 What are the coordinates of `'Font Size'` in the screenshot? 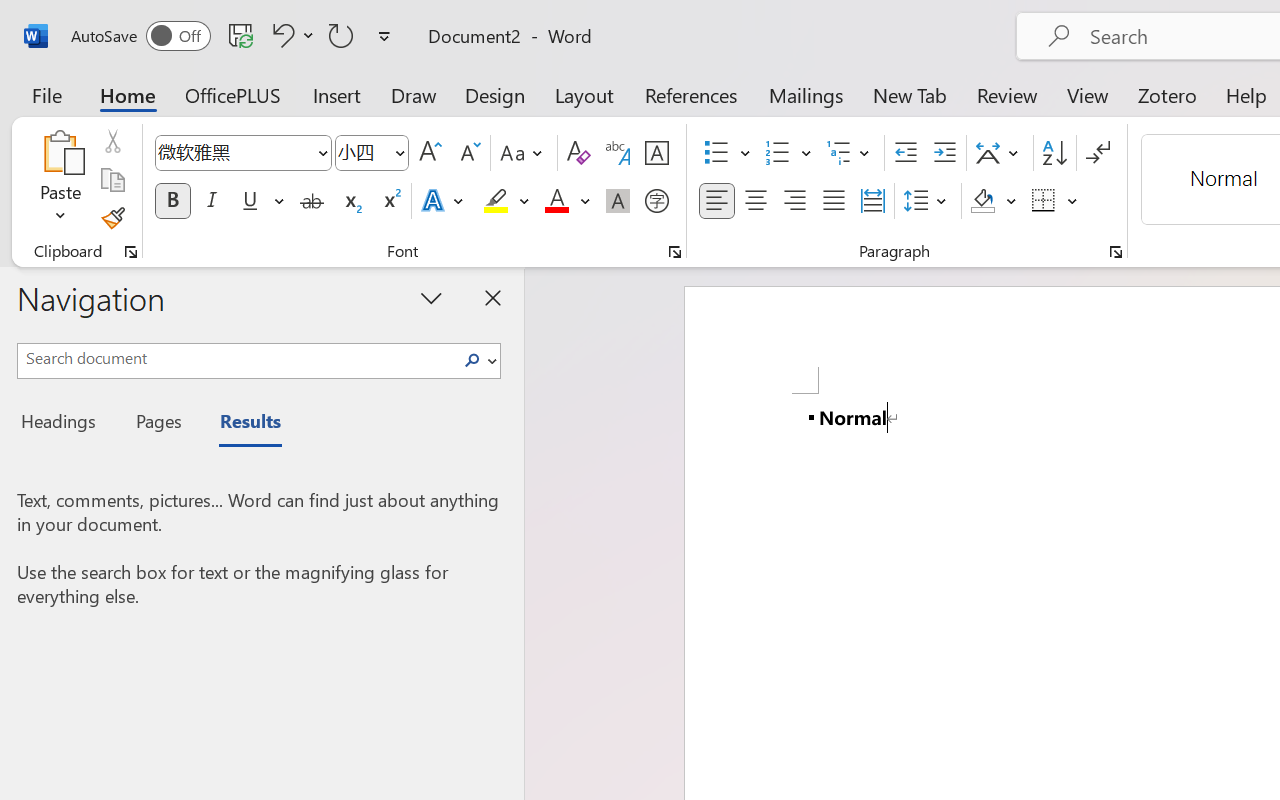 It's located at (362, 152).